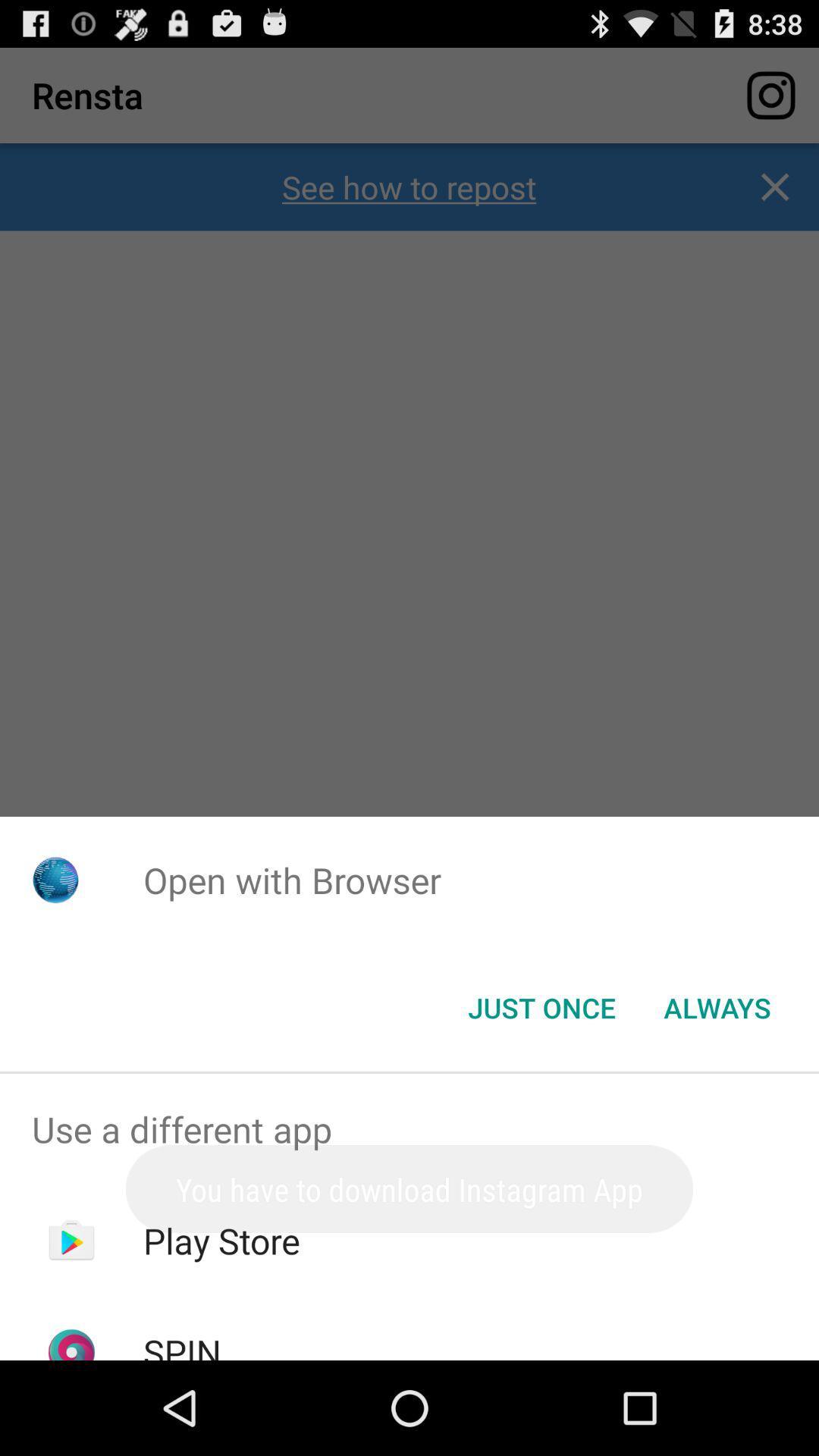 Image resolution: width=819 pixels, height=1456 pixels. I want to click on the play store app, so click(221, 1241).